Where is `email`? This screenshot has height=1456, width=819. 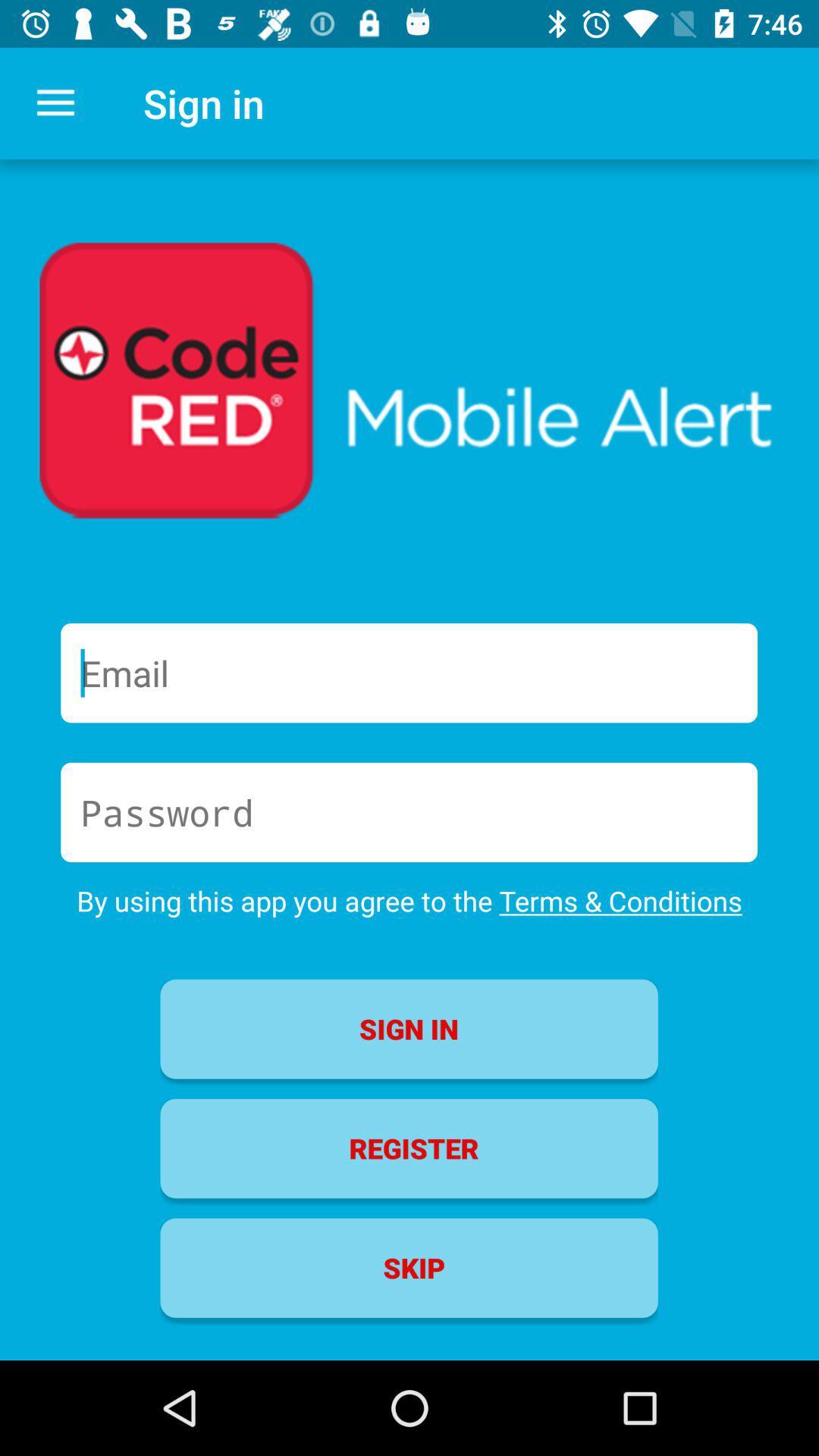
email is located at coordinates (408, 672).